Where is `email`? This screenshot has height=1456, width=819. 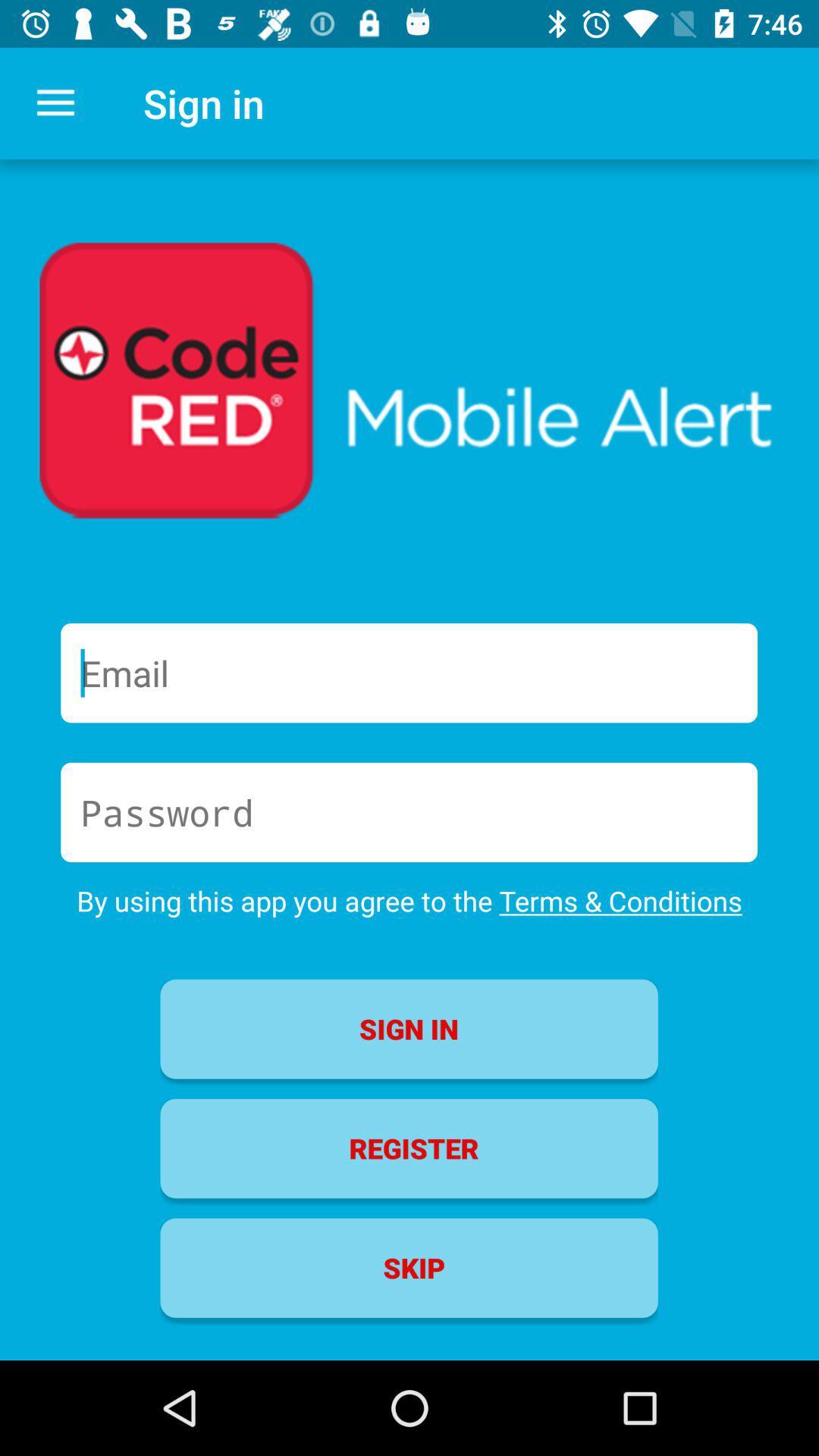
email is located at coordinates (408, 672).